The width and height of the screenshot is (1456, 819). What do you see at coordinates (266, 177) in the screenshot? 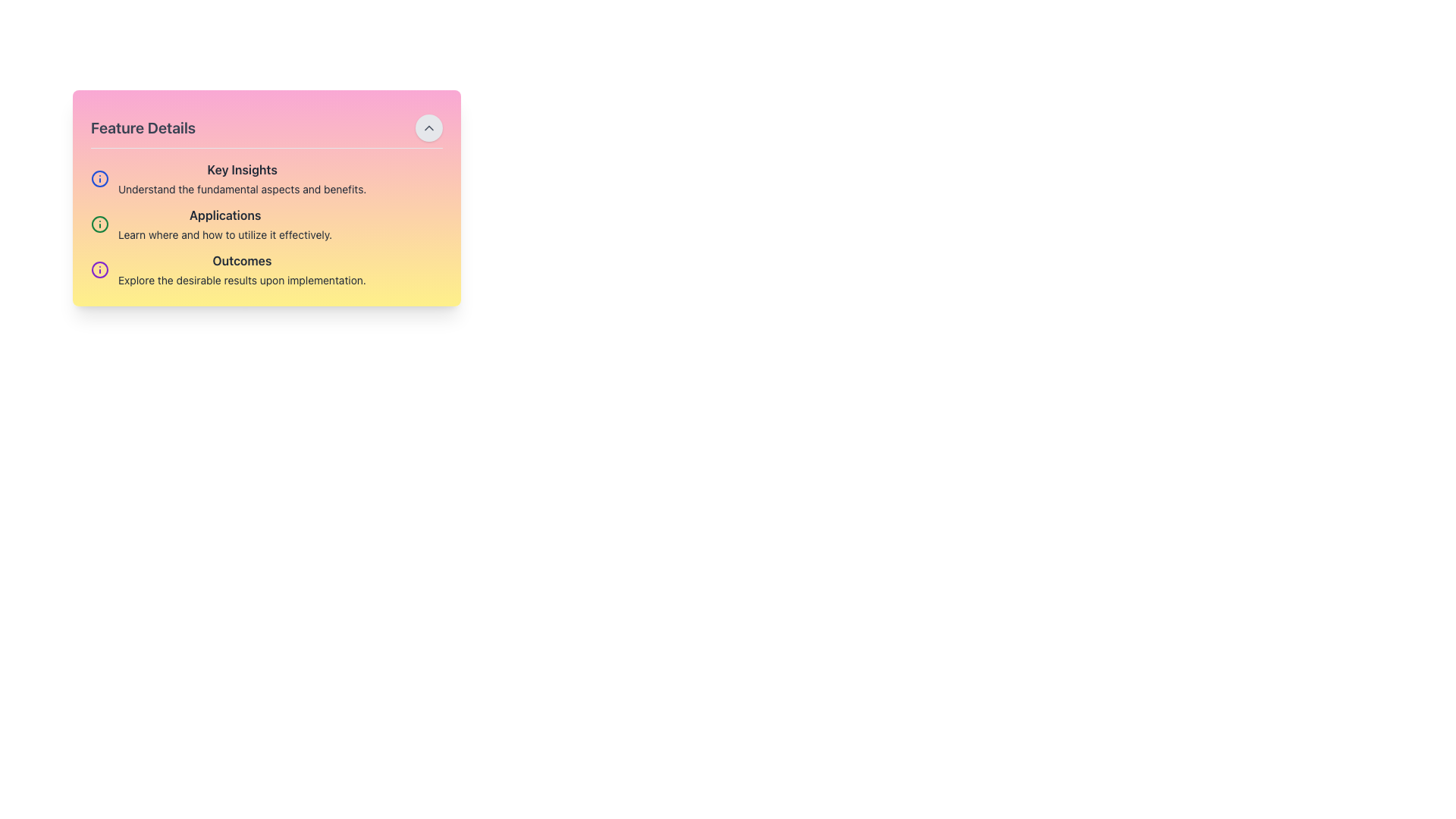
I see `textual content of the 'Key Insights' block, which includes the title and description about the fundamental aspects and benefits` at bounding box center [266, 177].